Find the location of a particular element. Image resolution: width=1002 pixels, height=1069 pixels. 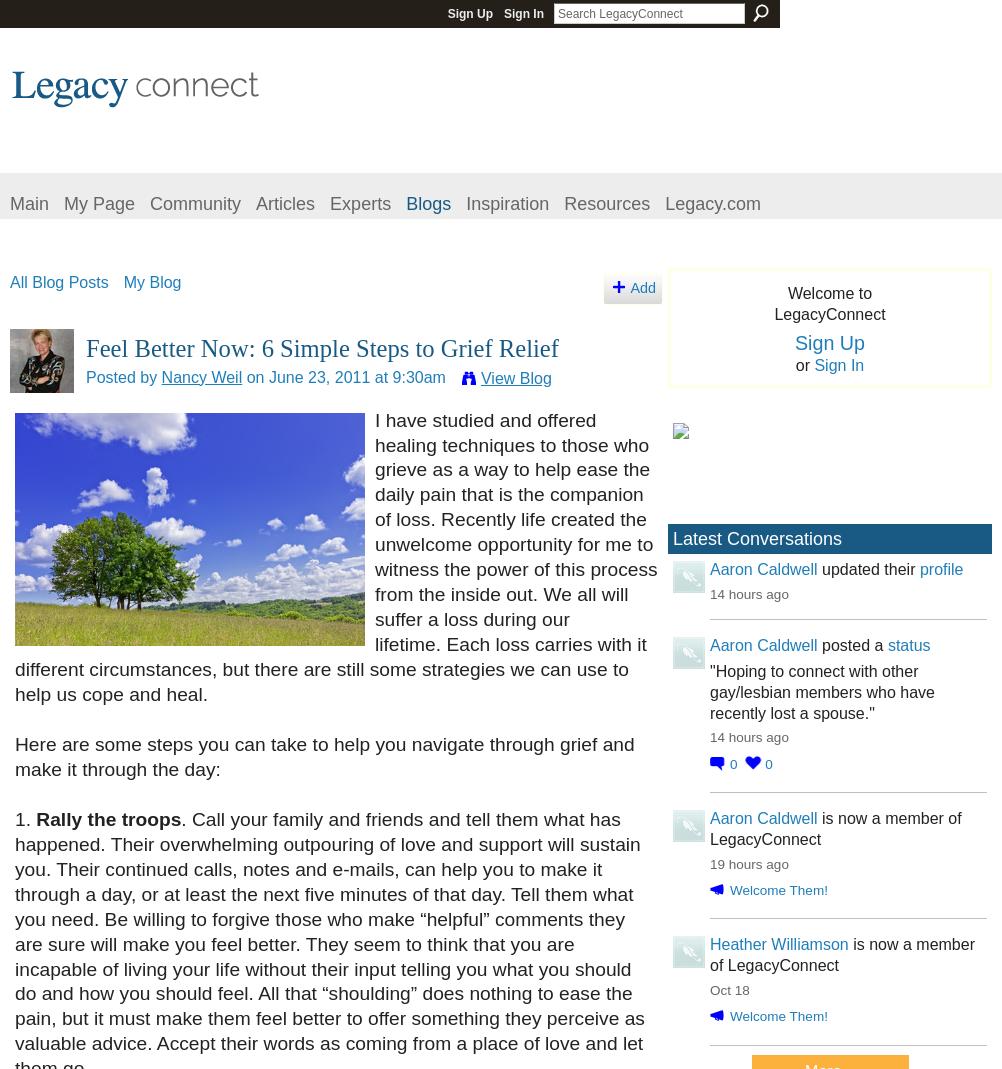

'"Hoping to connect with other gay/lesbian members who have recently lost a spouse."' is located at coordinates (821, 690).